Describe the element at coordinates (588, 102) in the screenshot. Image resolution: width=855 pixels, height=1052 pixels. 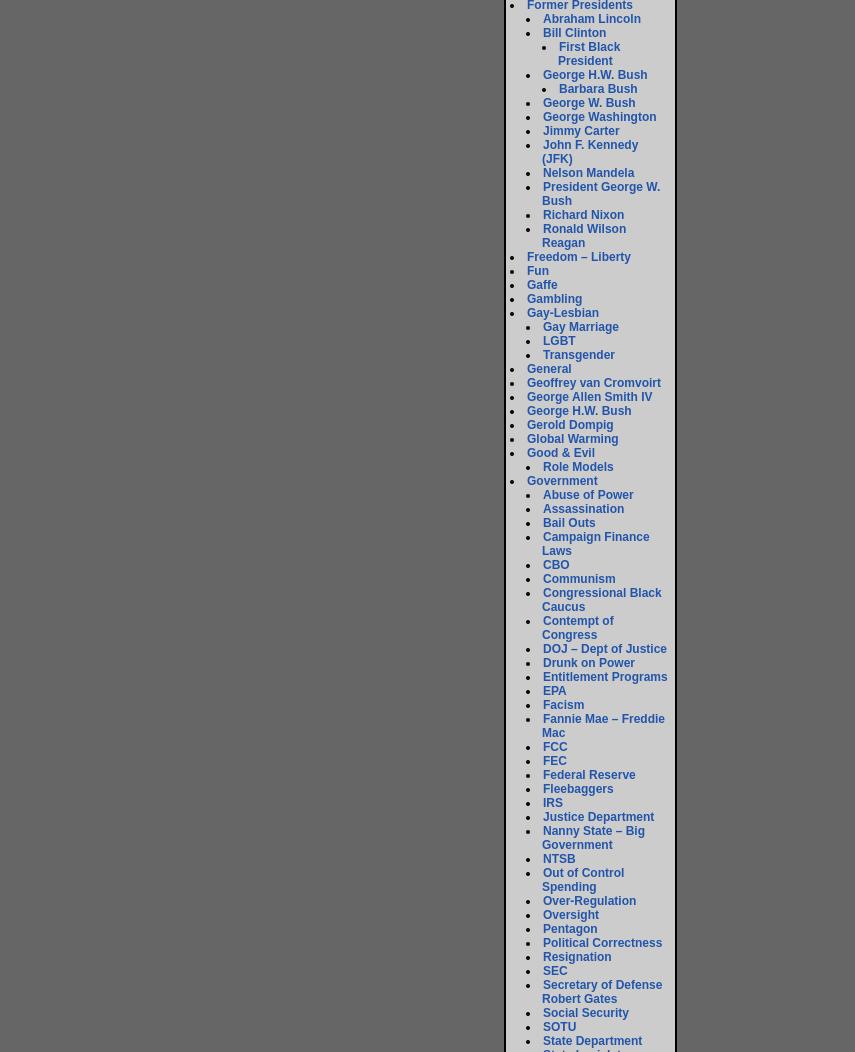
I see `'George W. Bush'` at that location.